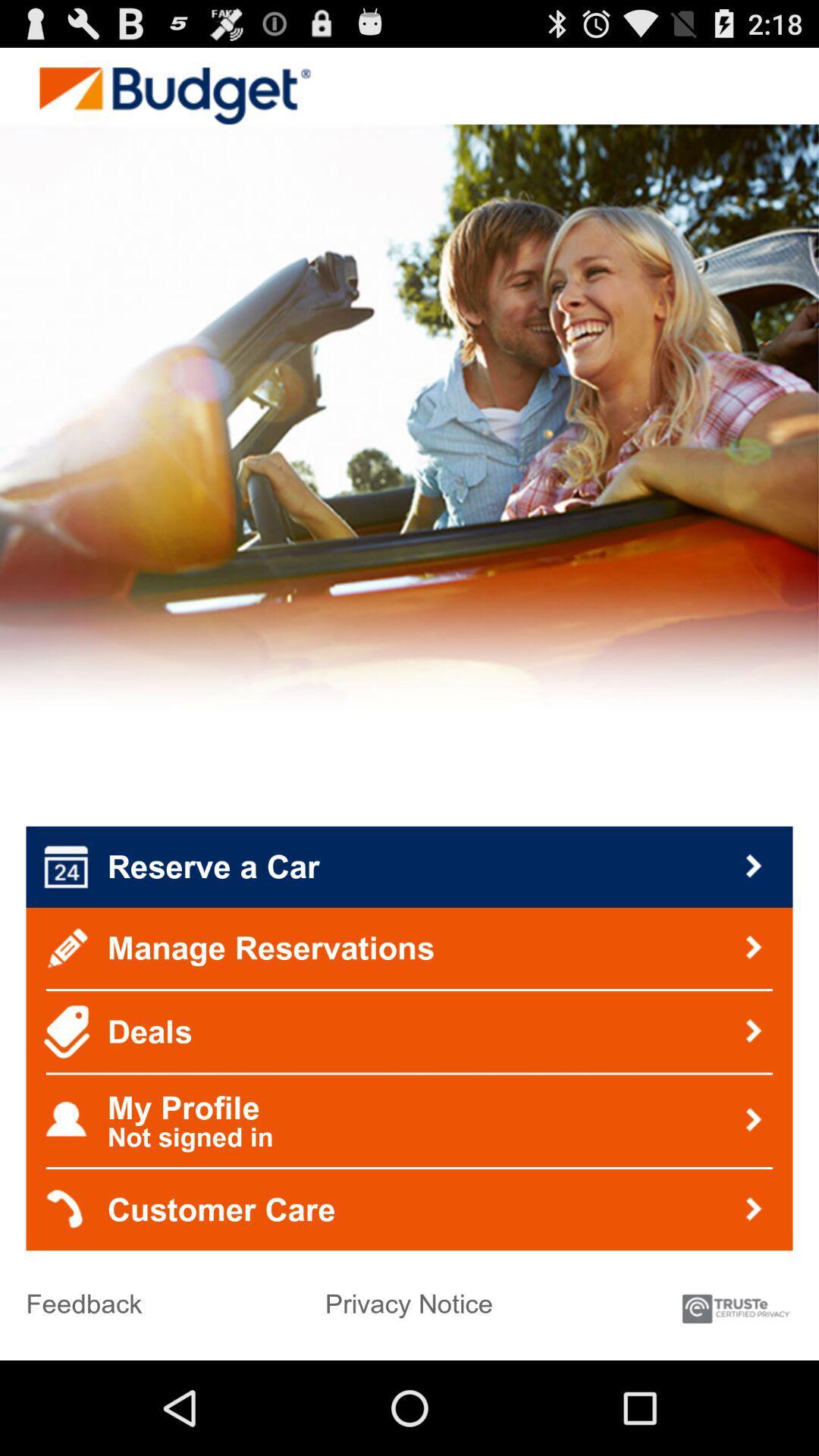 Image resolution: width=819 pixels, height=1456 pixels. What do you see at coordinates (409, 1031) in the screenshot?
I see `the deals item` at bounding box center [409, 1031].